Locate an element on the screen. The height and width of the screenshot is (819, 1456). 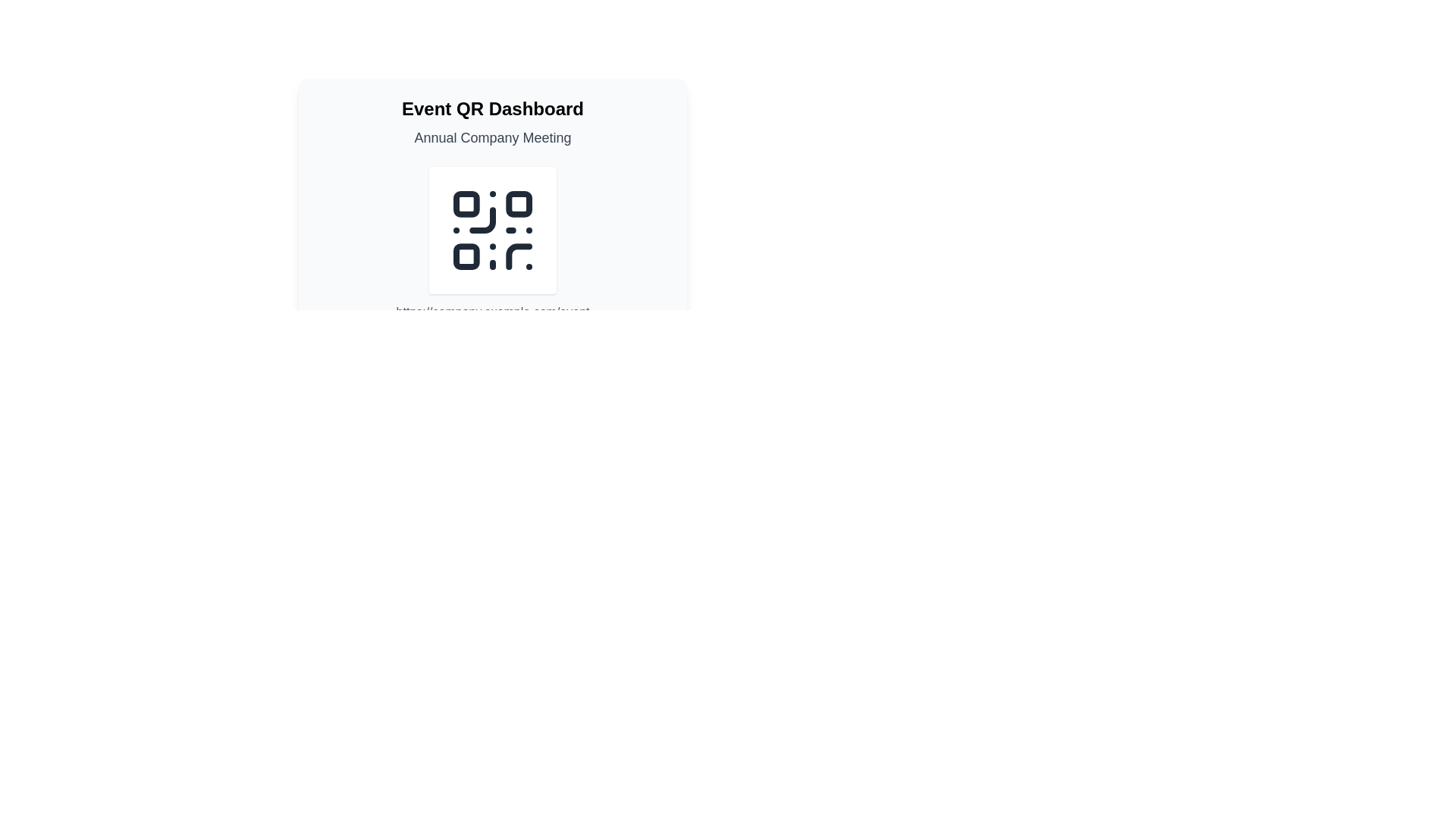
the text block reading 'Annual Company Meeting' located below the 'Event QR Dashboard' heading for information is located at coordinates (492, 137).